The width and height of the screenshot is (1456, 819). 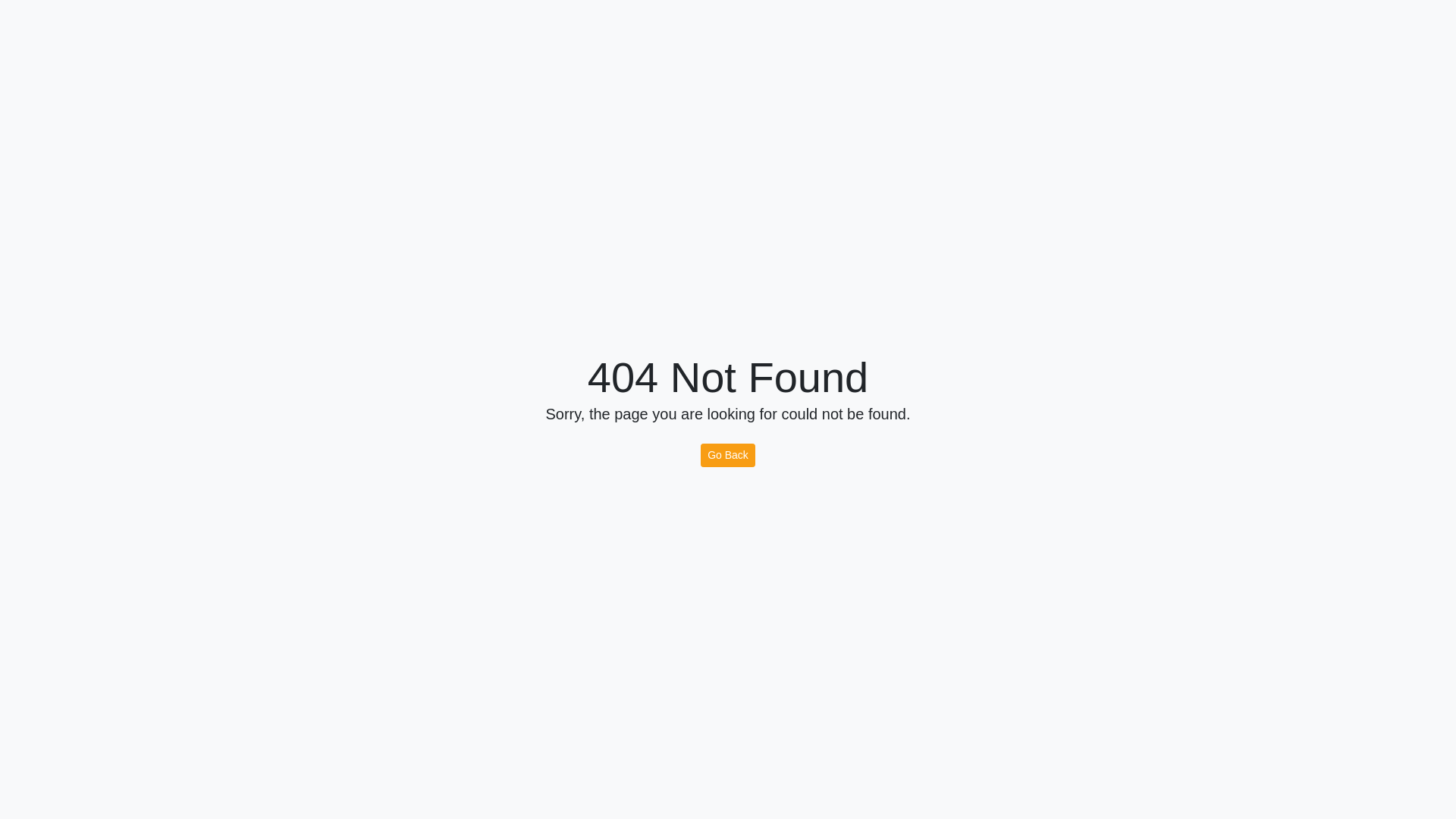 I want to click on 'Go Back', so click(x=700, y=454).